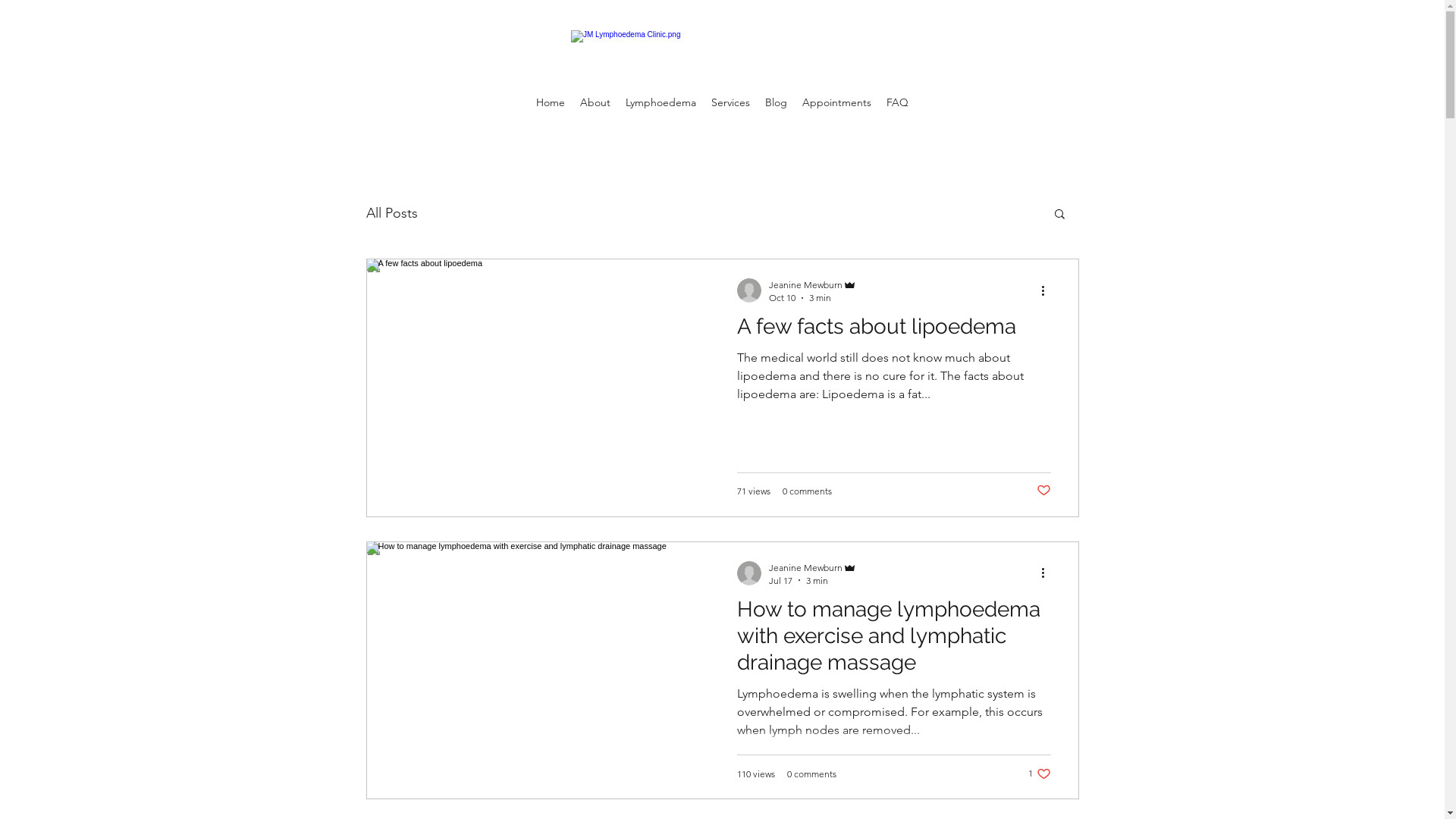 Image resolution: width=1456 pixels, height=819 pixels. What do you see at coordinates (1035, 491) in the screenshot?
I see `'Post not marked as liked'` at bounding box center [1035, 491].